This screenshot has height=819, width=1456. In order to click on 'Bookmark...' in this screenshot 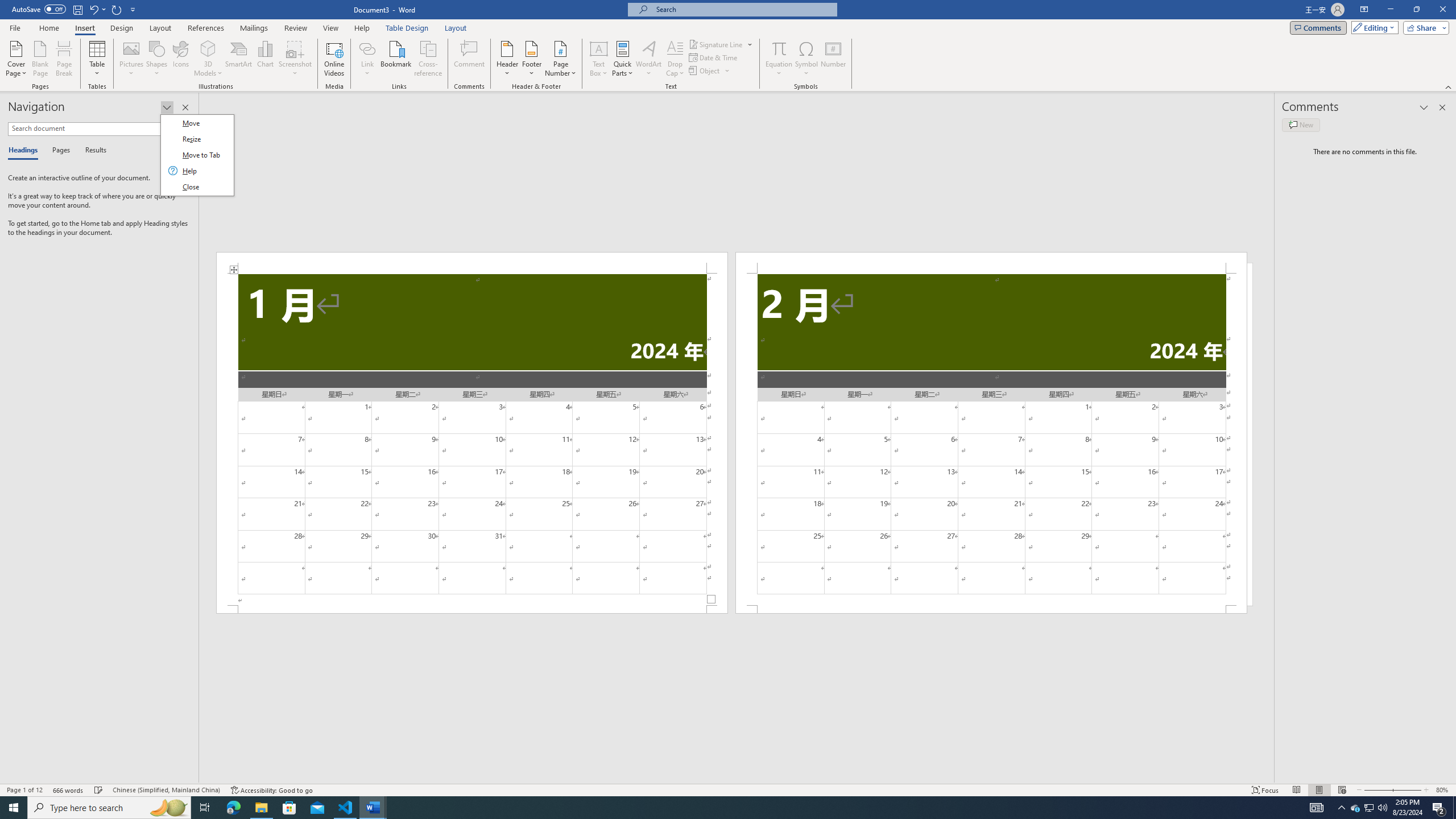, I will do `click(396, 59)`.